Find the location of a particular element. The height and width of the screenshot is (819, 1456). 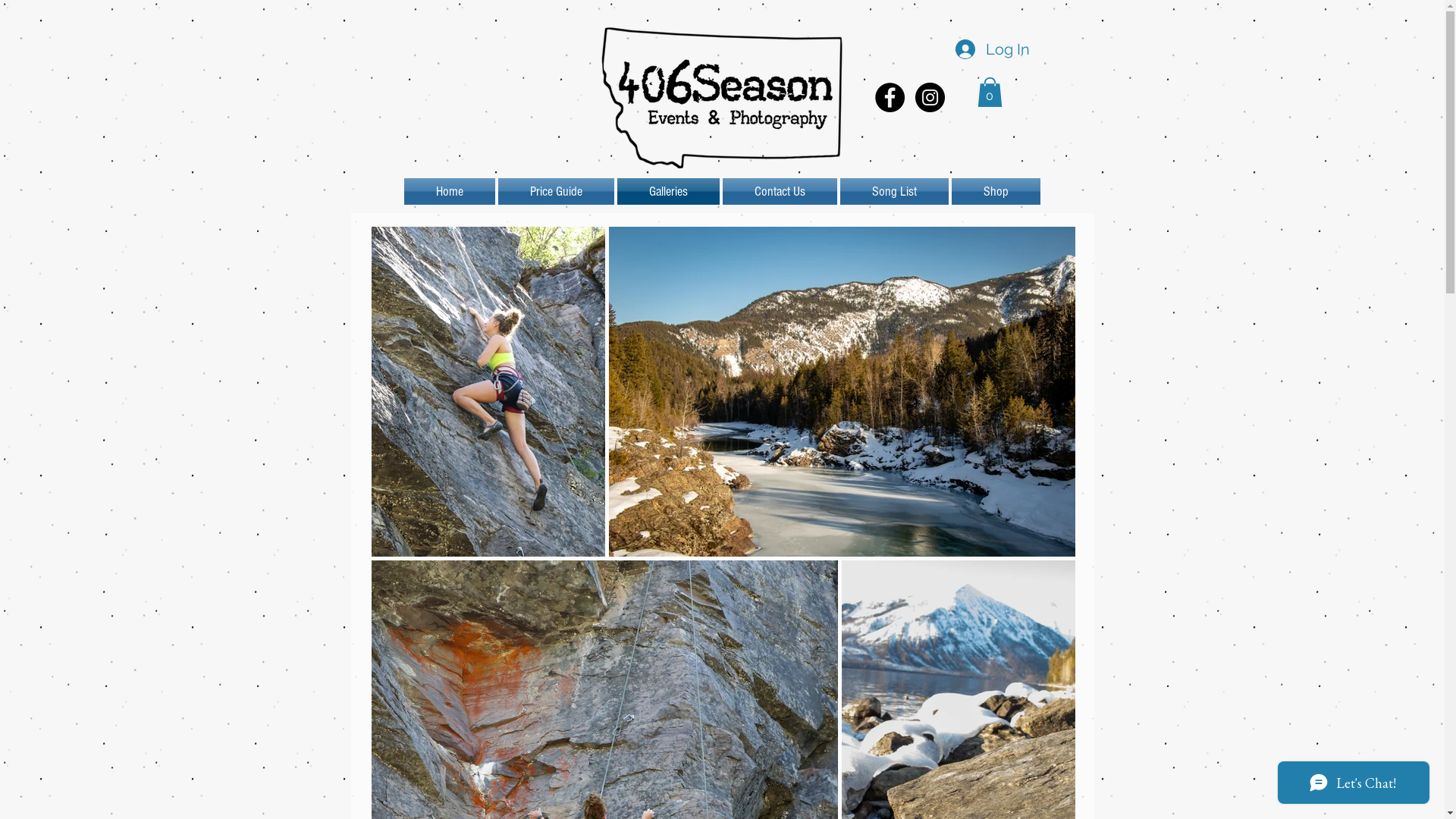

'Song List' is located at coordinates (894, 190).